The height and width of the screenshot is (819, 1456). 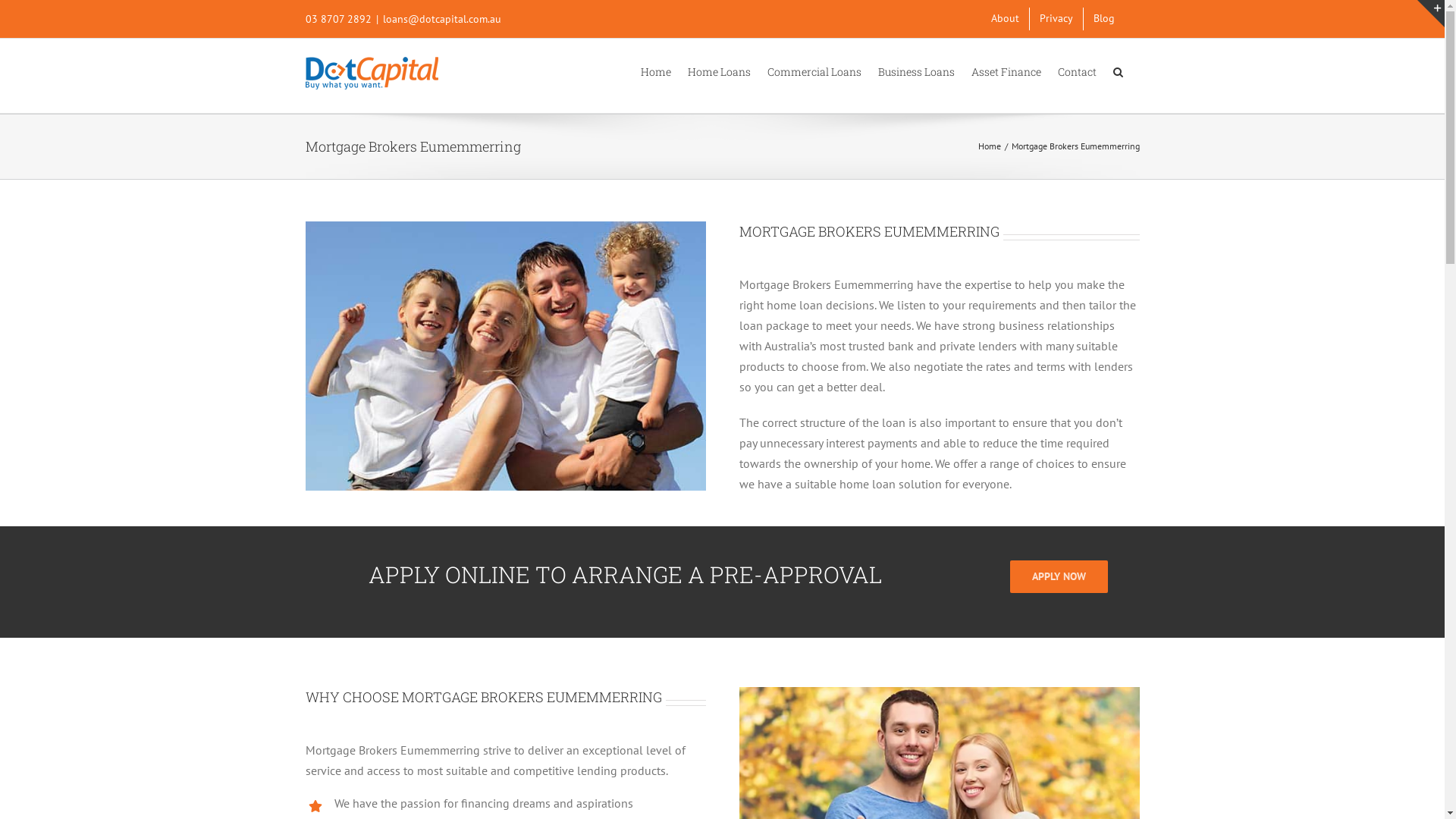 I want to click on 'Asset Finance', so click(x=1005, y=70).